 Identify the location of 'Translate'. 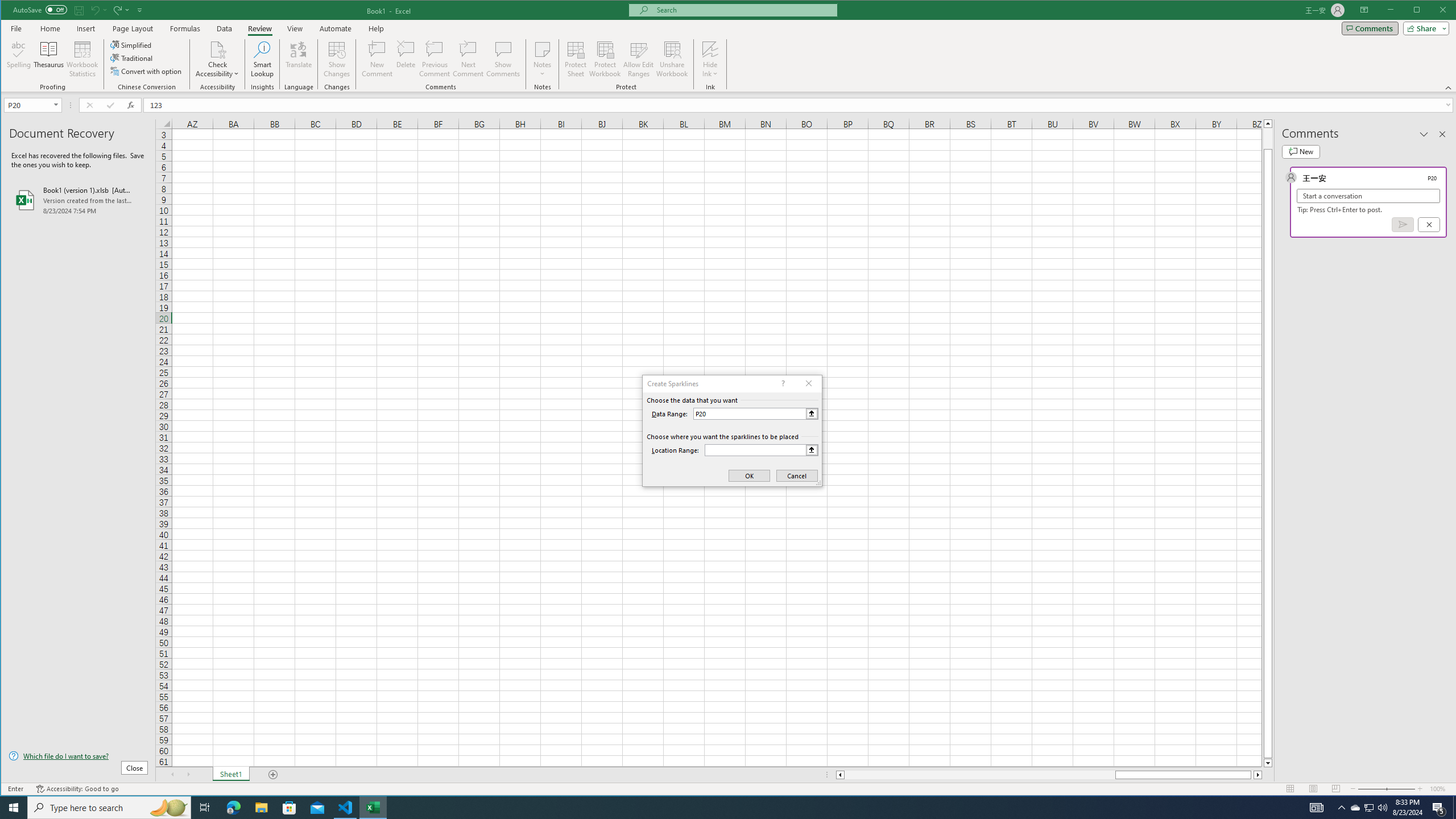
(297, 59).